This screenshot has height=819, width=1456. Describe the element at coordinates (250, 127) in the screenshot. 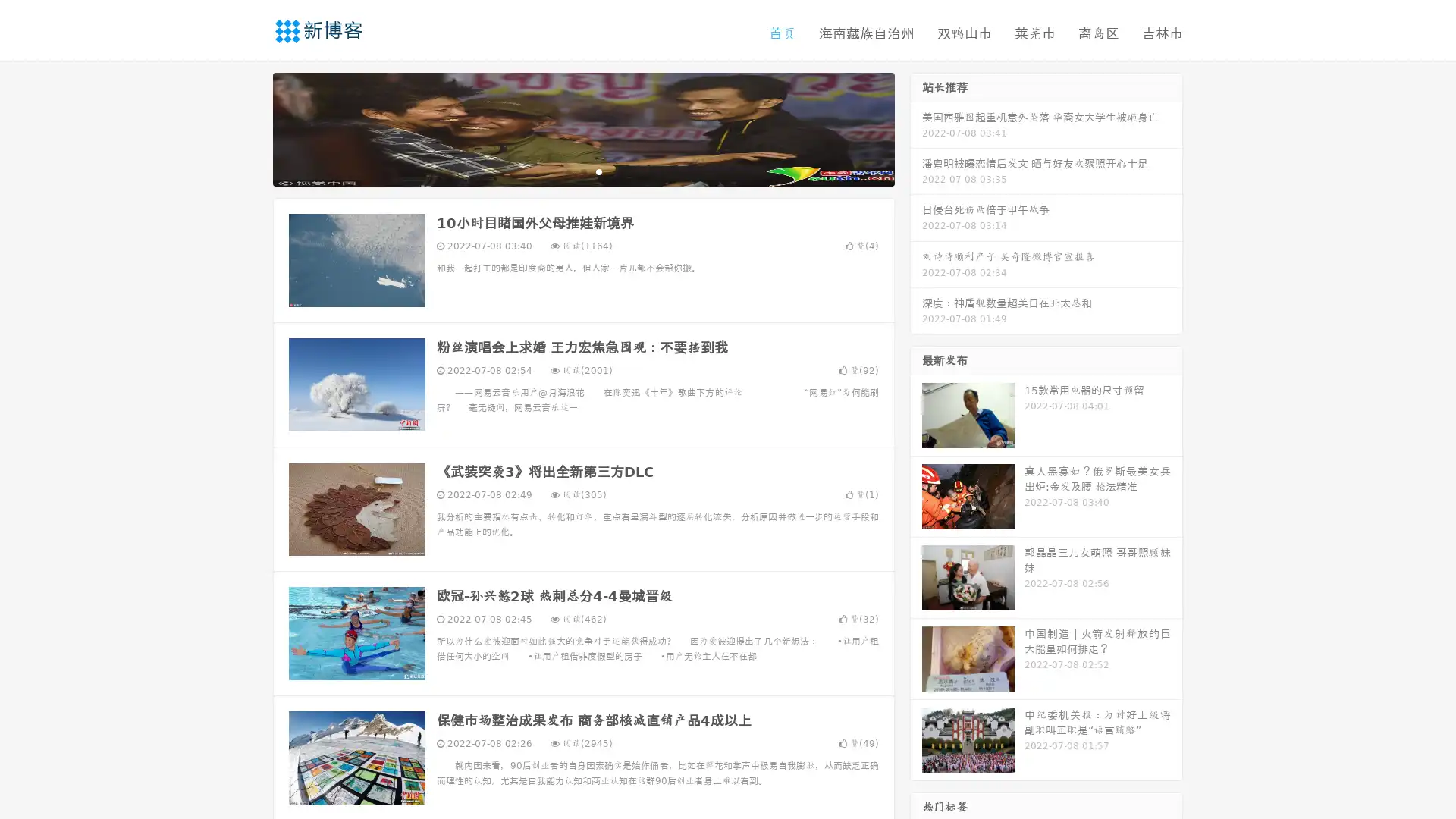

I see `Previous slide` at that location.